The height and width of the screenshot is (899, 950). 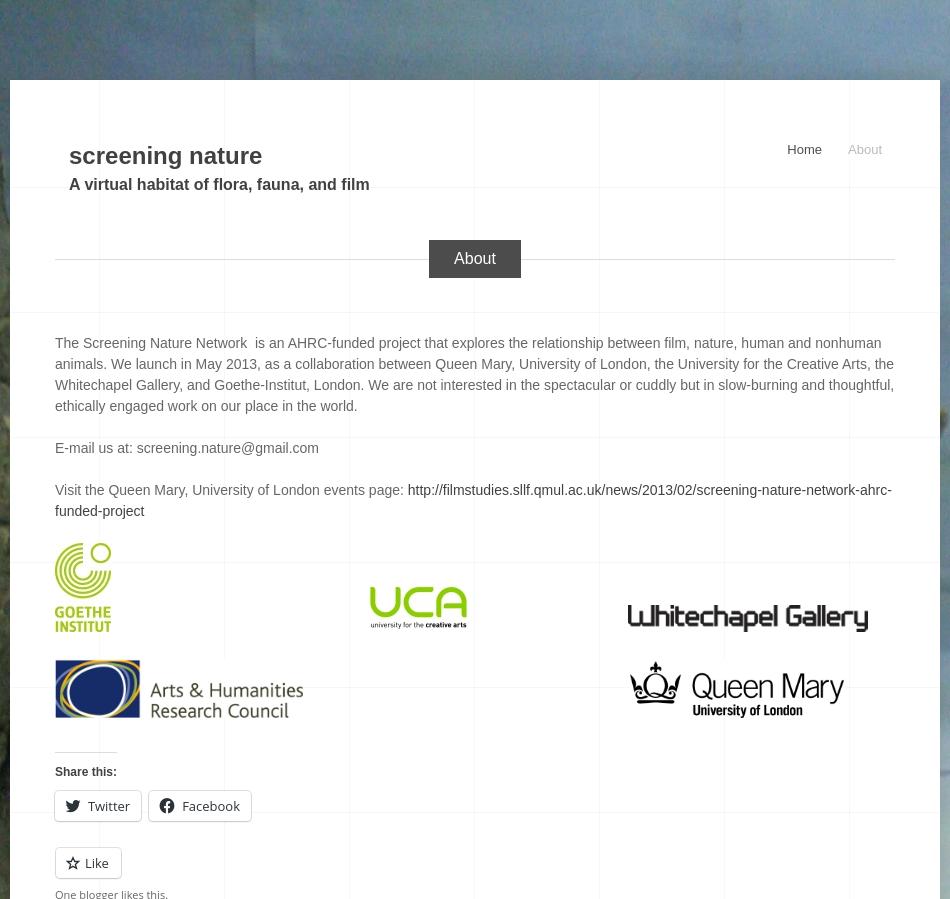 I want to click on 'Facebook', so click(x=210, y=806).